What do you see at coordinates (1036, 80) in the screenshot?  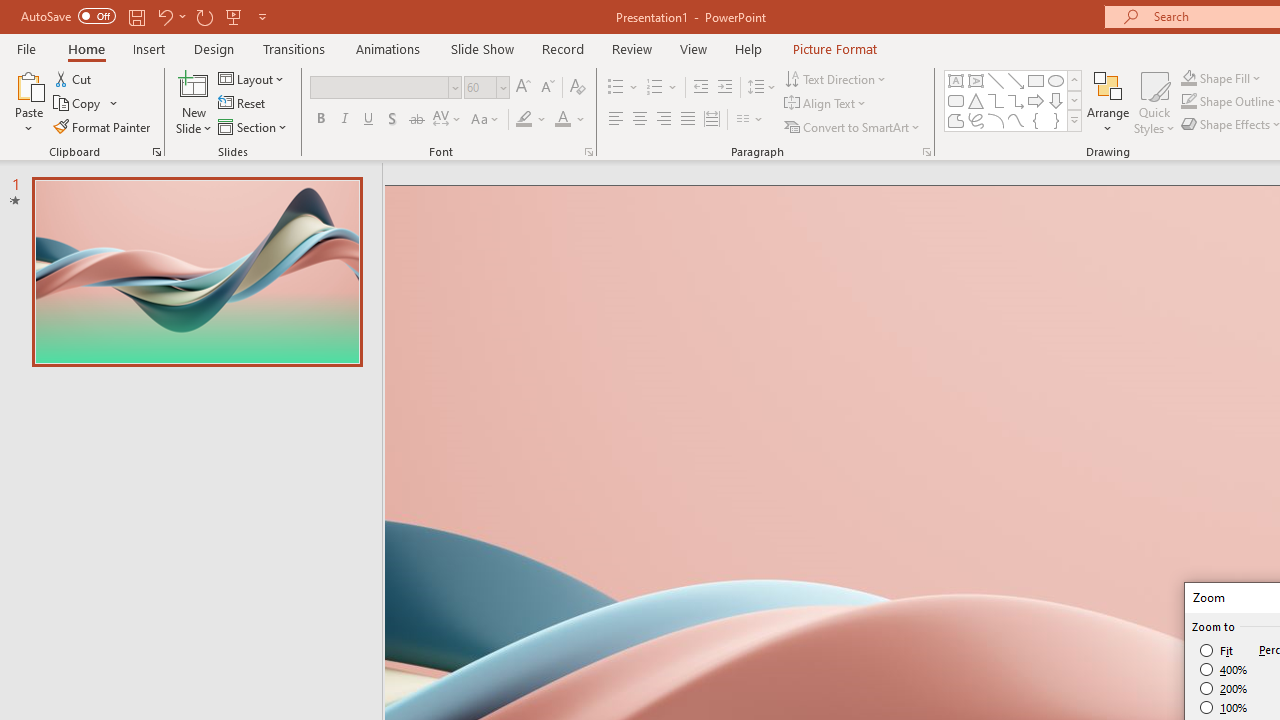 I see `'Rectangle'` at bounding box center [1036, 80].